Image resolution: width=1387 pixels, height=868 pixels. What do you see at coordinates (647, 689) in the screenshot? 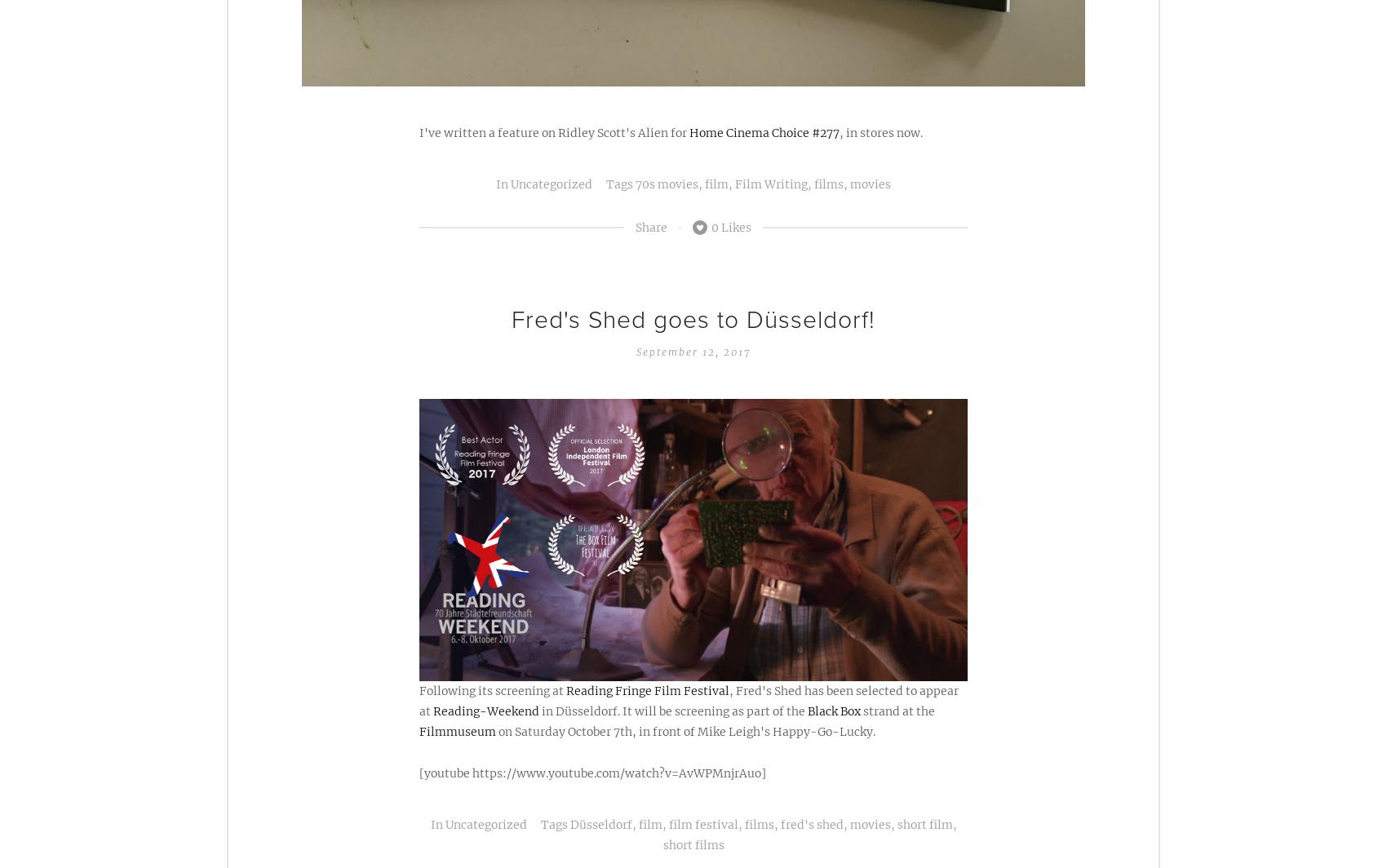
I see `'Reading Fringe Film Festival'` at bounding box center [647, 689].